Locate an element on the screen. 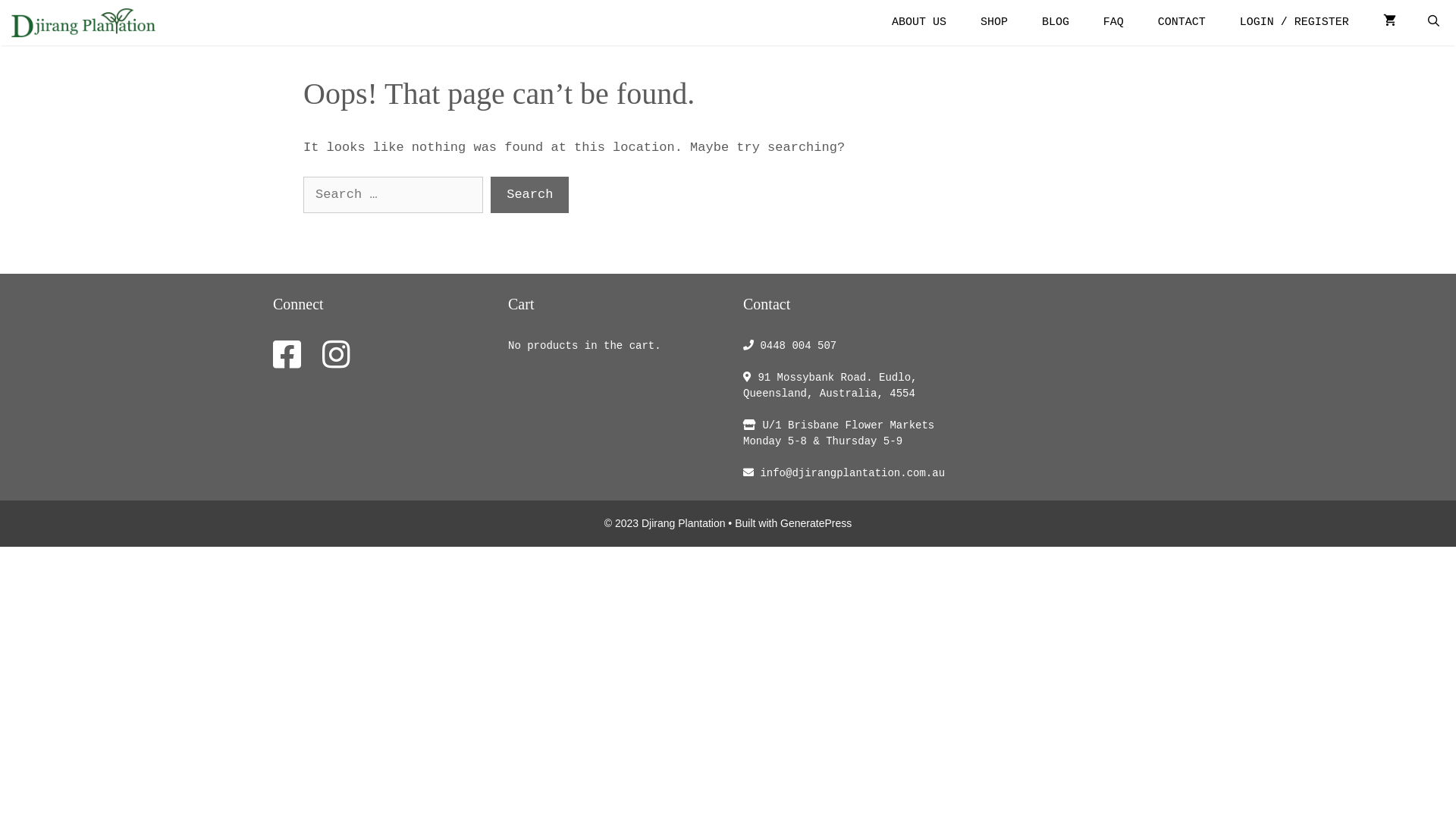 The width and height of the screenshot is (1456, 819). 'CONTACT' is located at coordinates (1181, 23).